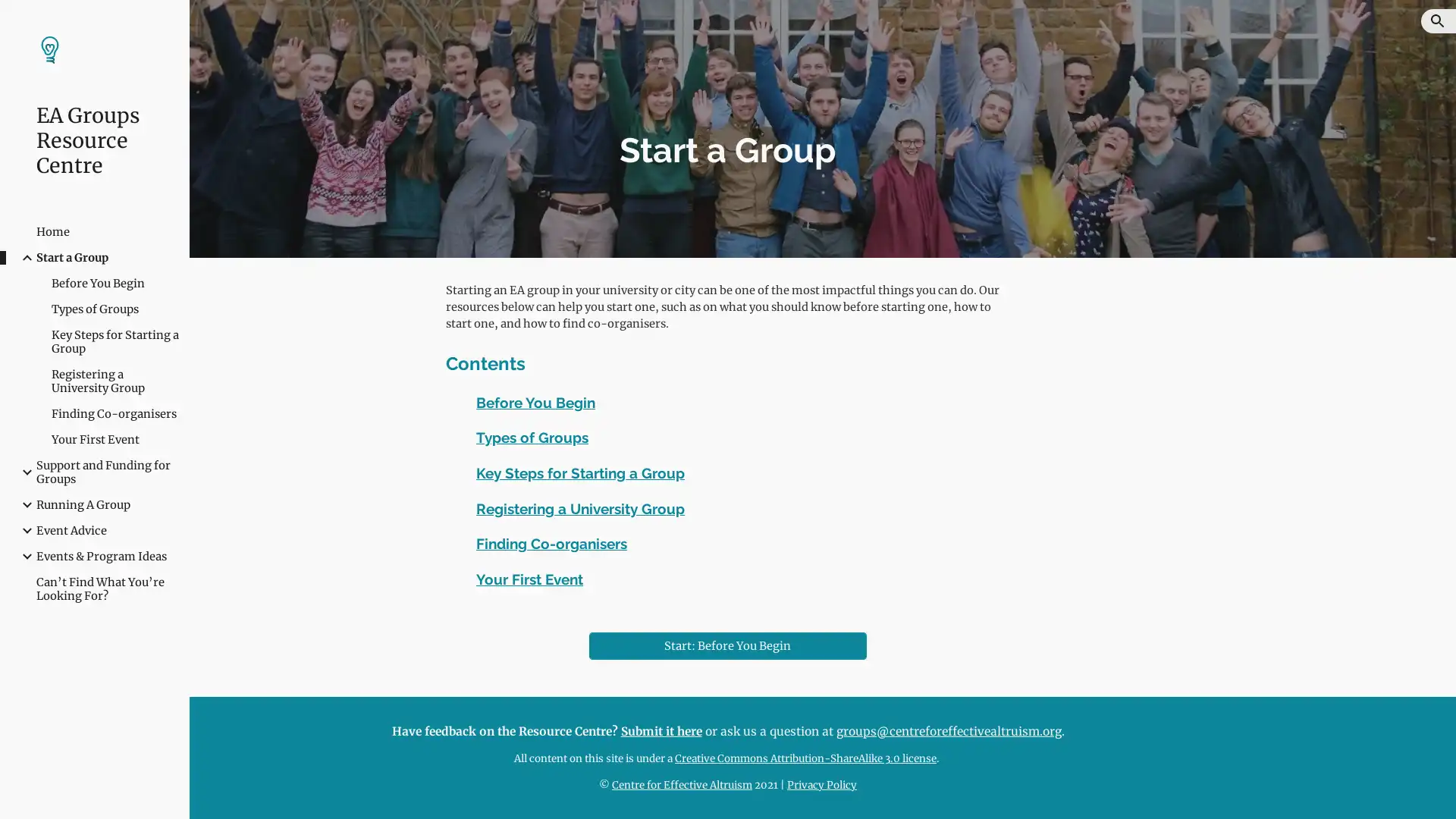  I want to click on Copy heading link, so click(796, 508).